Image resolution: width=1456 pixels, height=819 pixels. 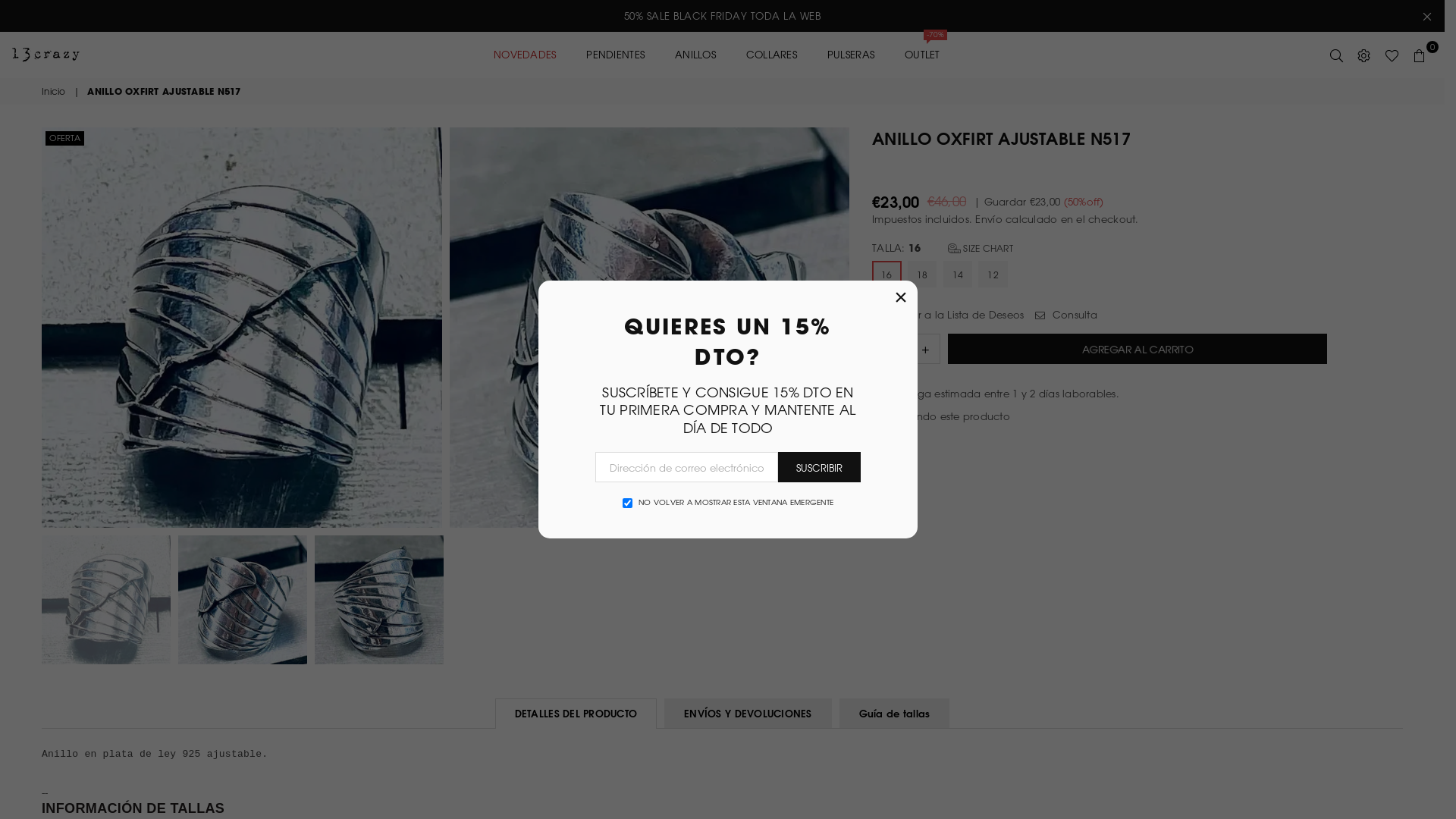 I want to click on 'SIZE CHART', so click(x=980, y=247).